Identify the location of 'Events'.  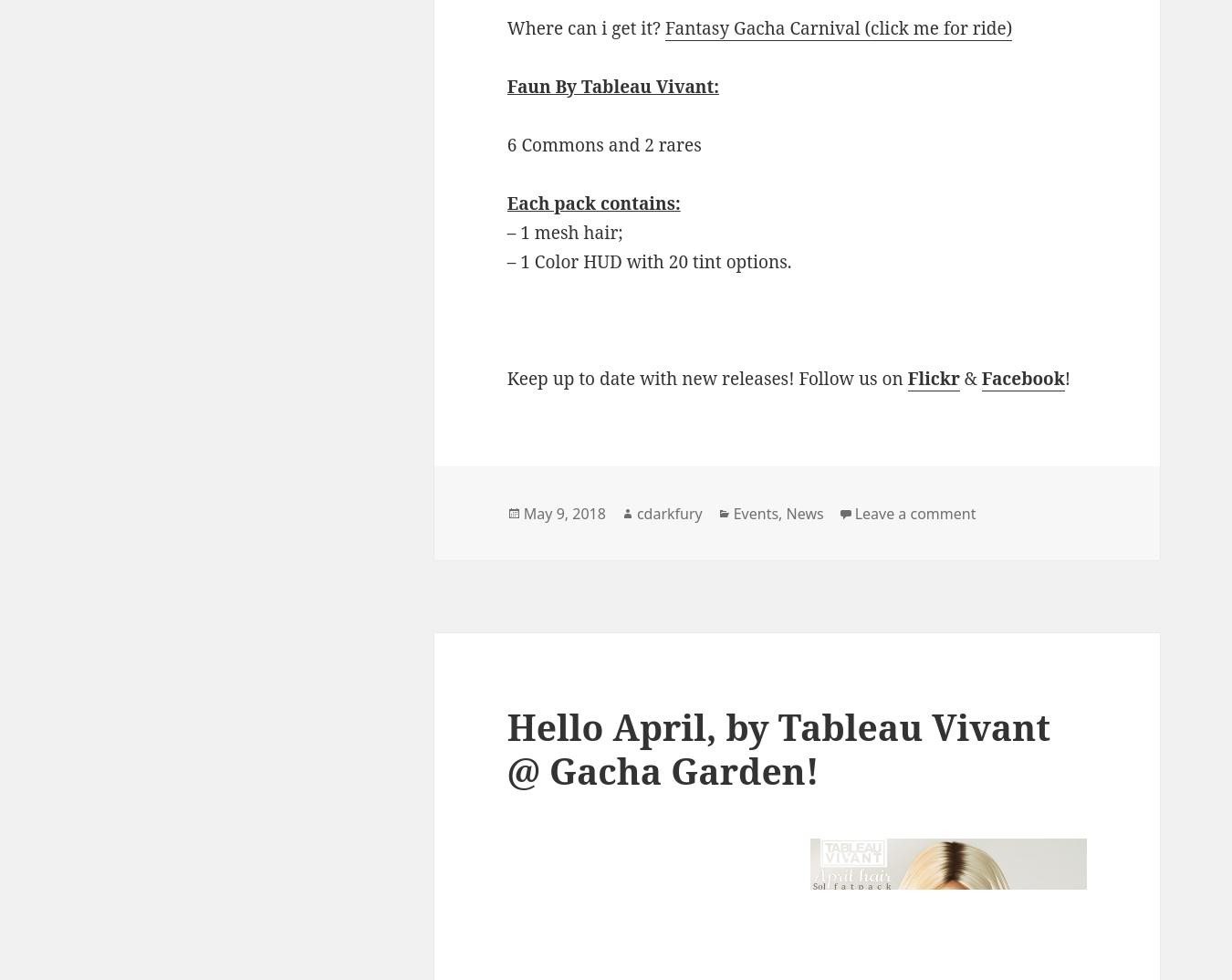
(755, 512).